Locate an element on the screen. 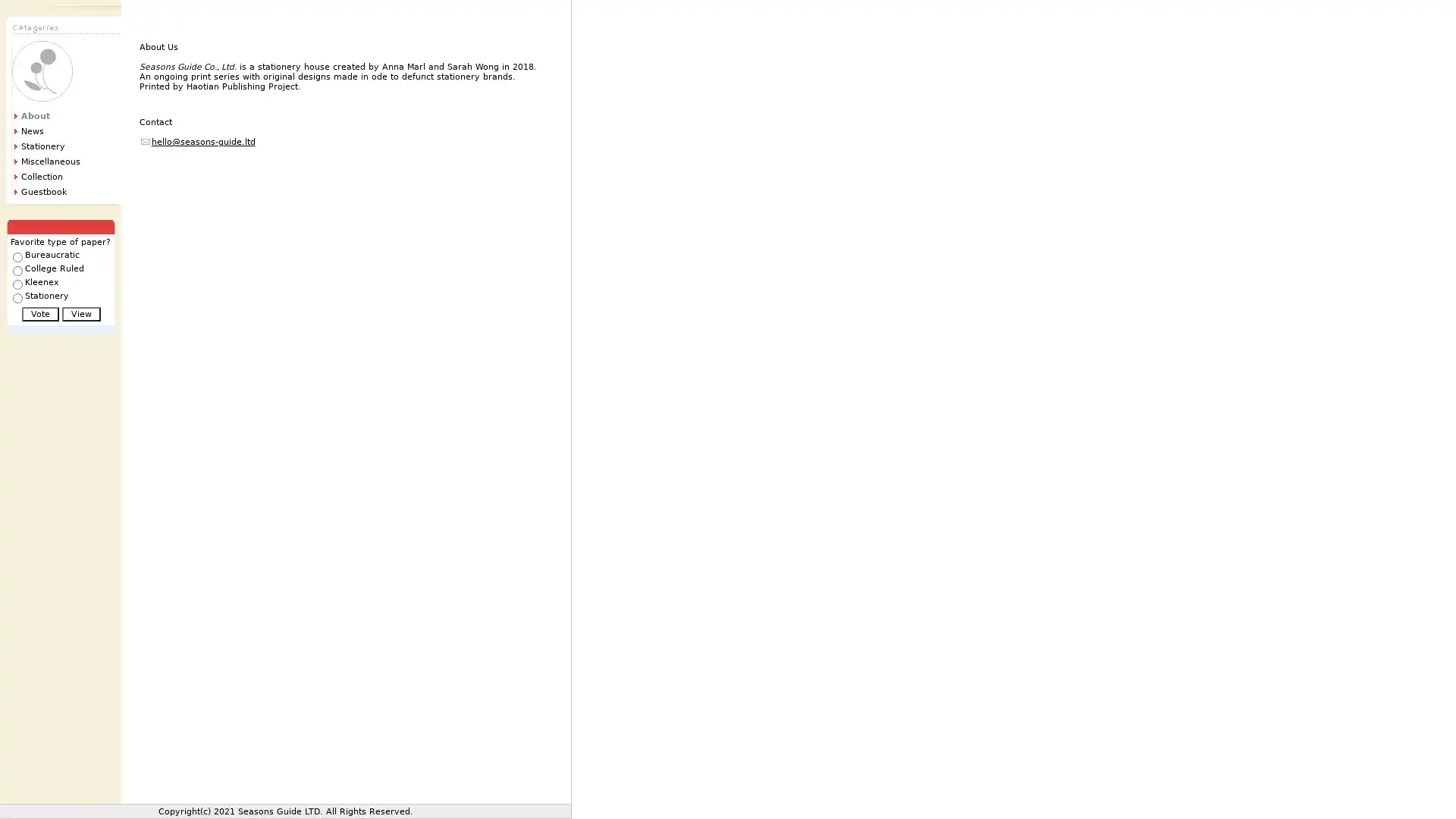 The width and height of the screenshot is (1456, 819). Vote is located at coordinates (39, 313).